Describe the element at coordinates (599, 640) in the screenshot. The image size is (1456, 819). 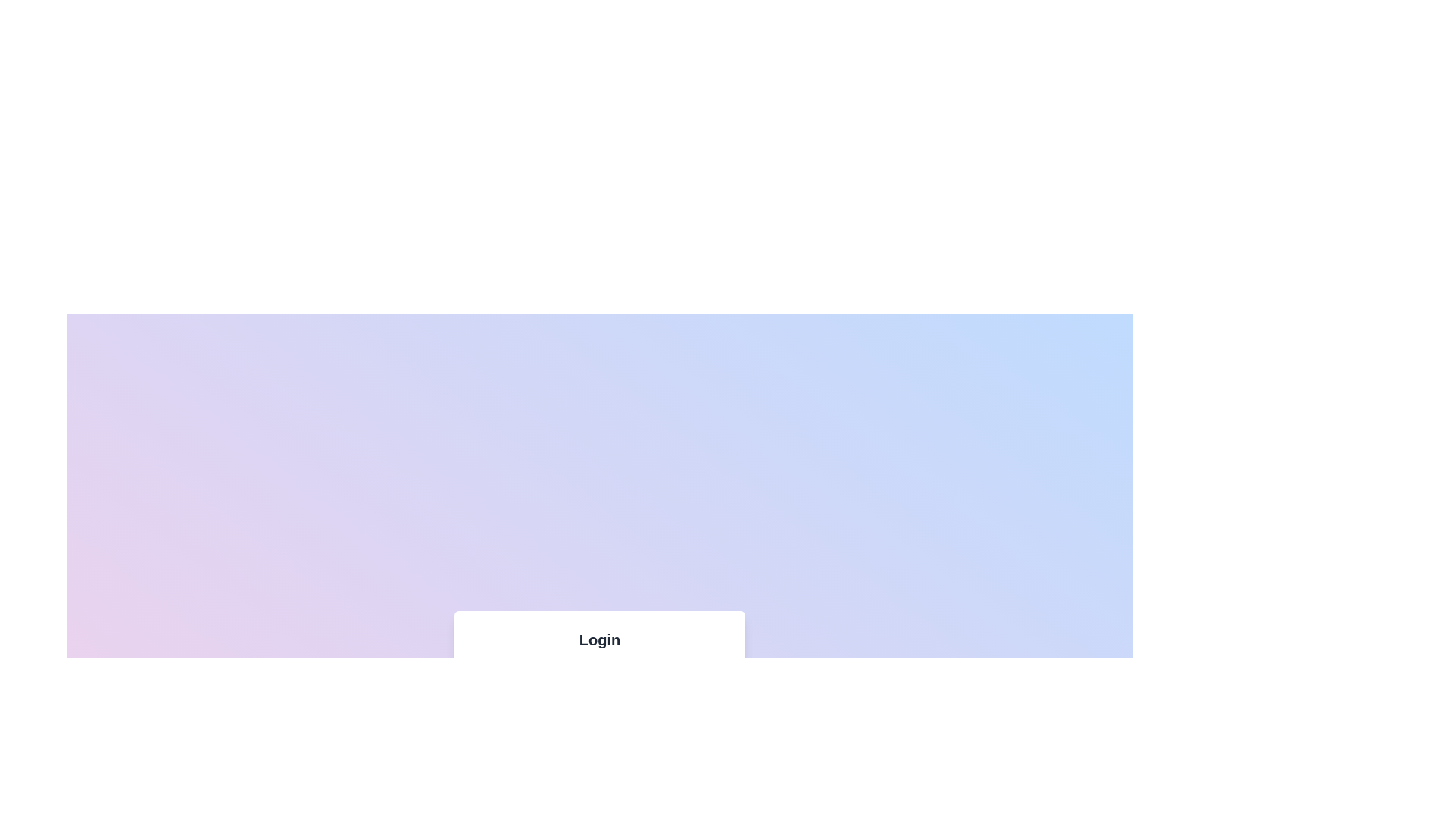
I see `the heading text that serves as the title for the login form, positioned at the top center of the white rectangular box` at that location.